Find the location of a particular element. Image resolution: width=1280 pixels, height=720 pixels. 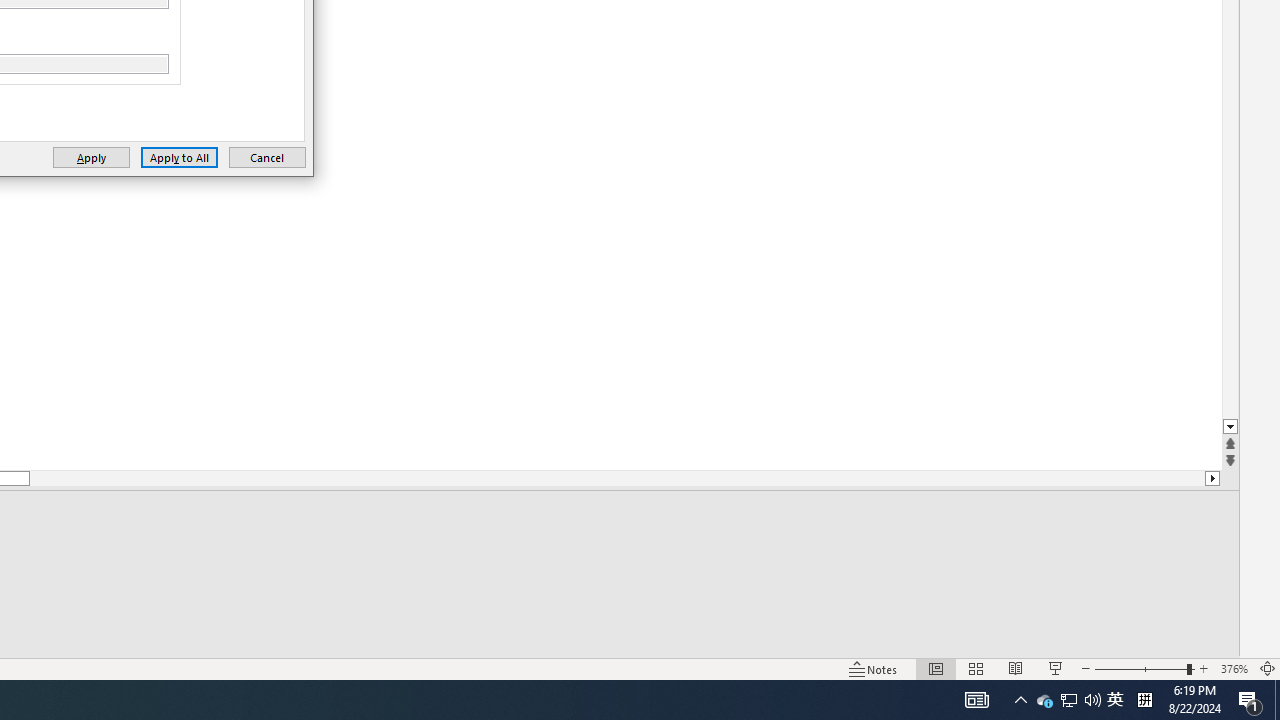

'Apply to All' is located at coordinates (179, 156).